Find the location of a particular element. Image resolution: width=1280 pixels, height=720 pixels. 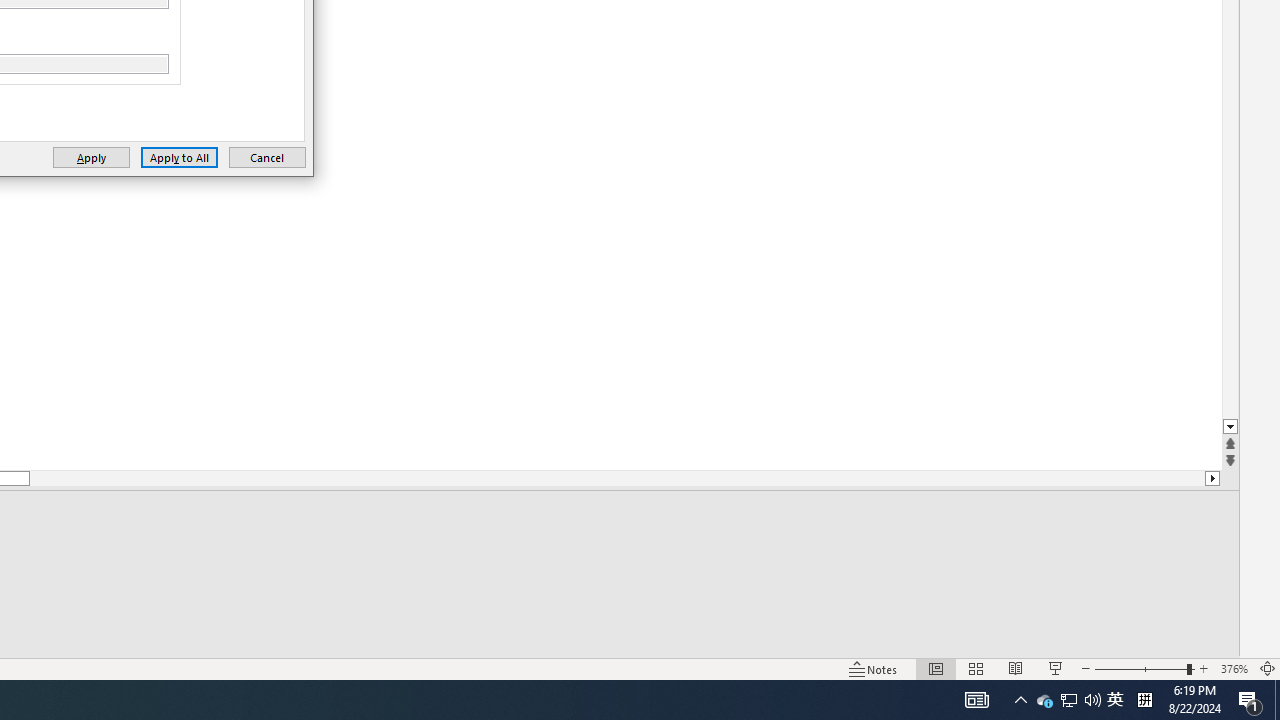

'Apply to All' is located at coordinates (179, 156).